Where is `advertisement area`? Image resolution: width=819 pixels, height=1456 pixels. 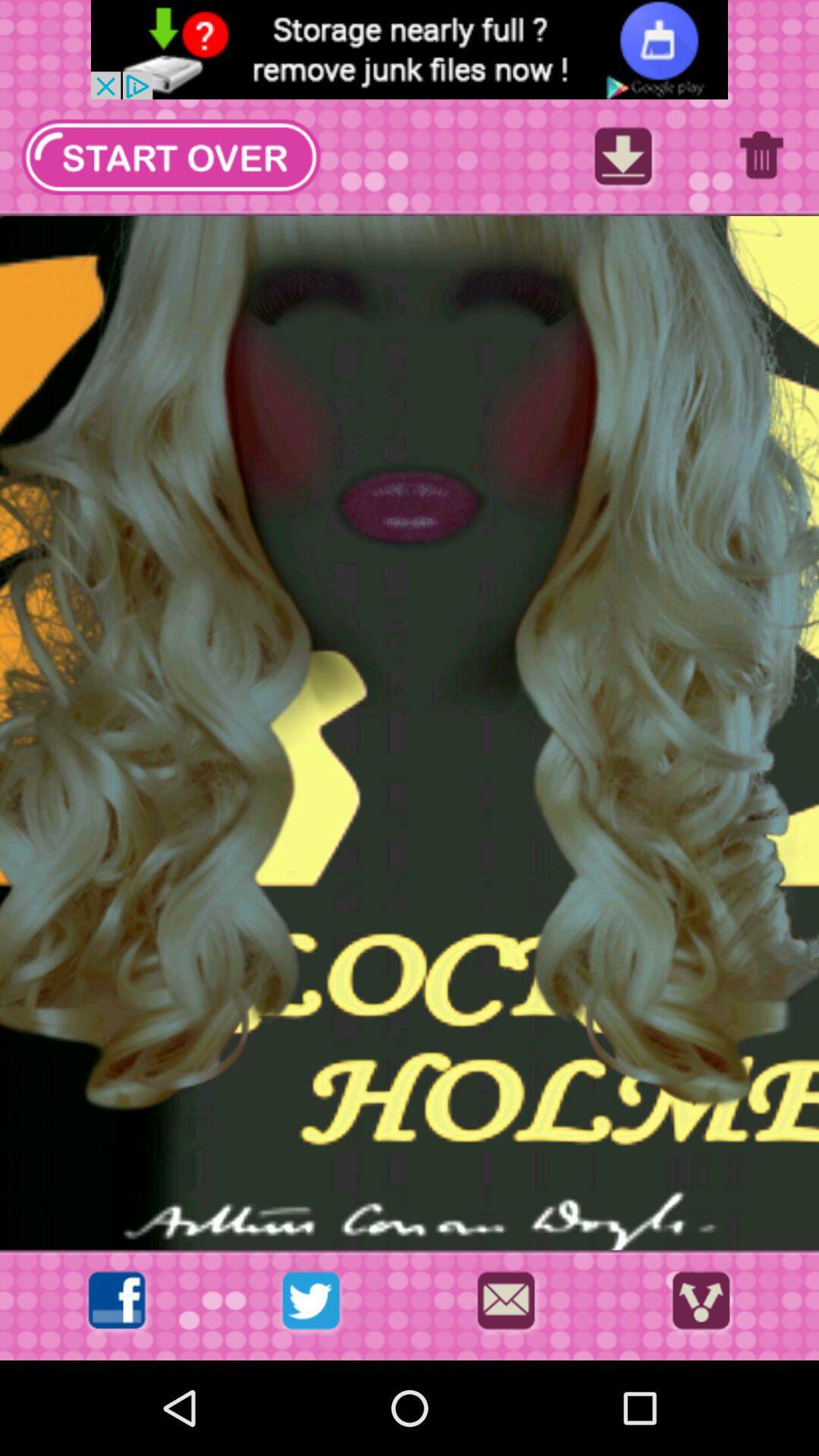 advertisement area is located at coordinates (409, 49).